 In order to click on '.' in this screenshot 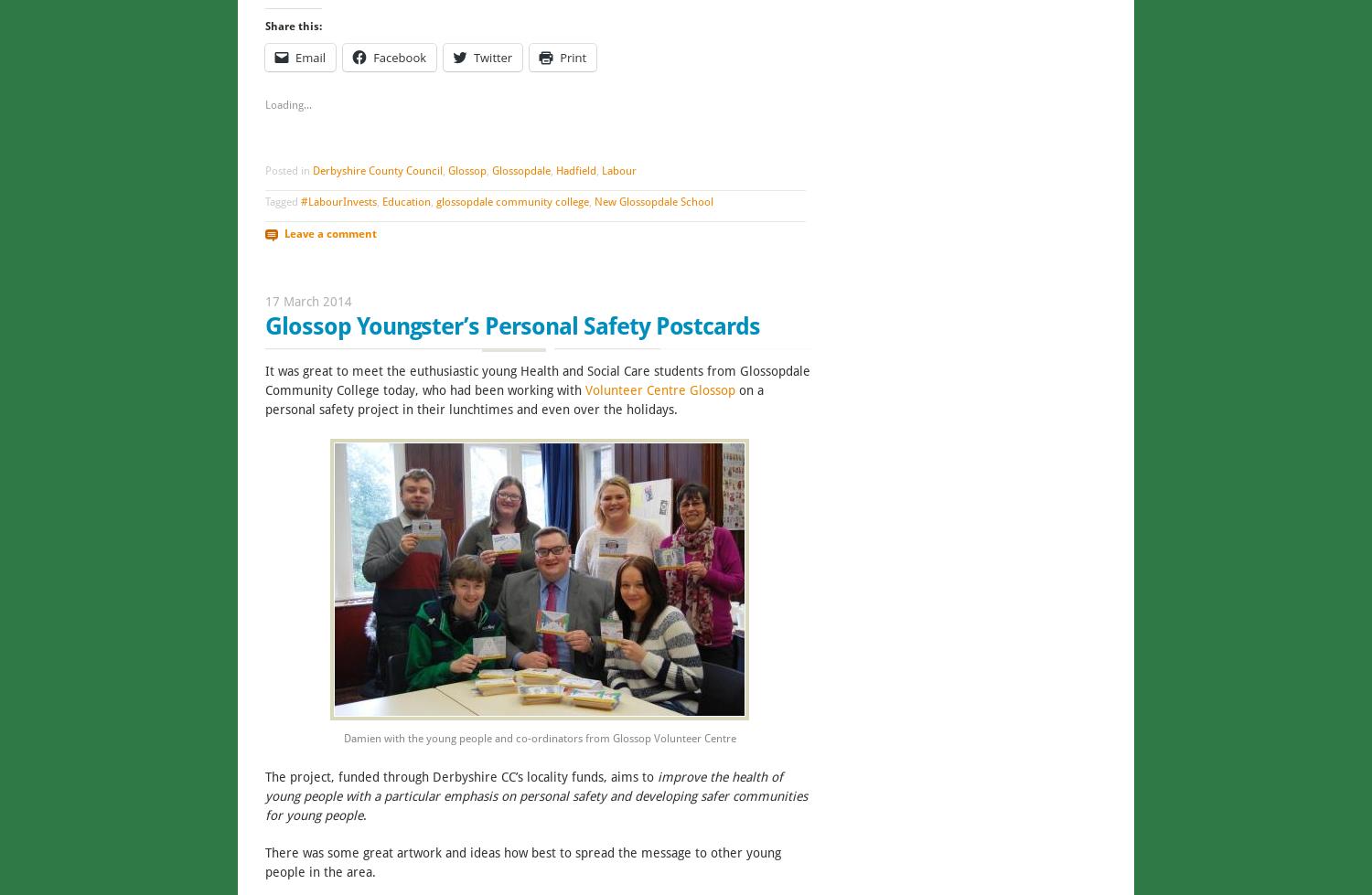, I will do `click(365, 813)`.